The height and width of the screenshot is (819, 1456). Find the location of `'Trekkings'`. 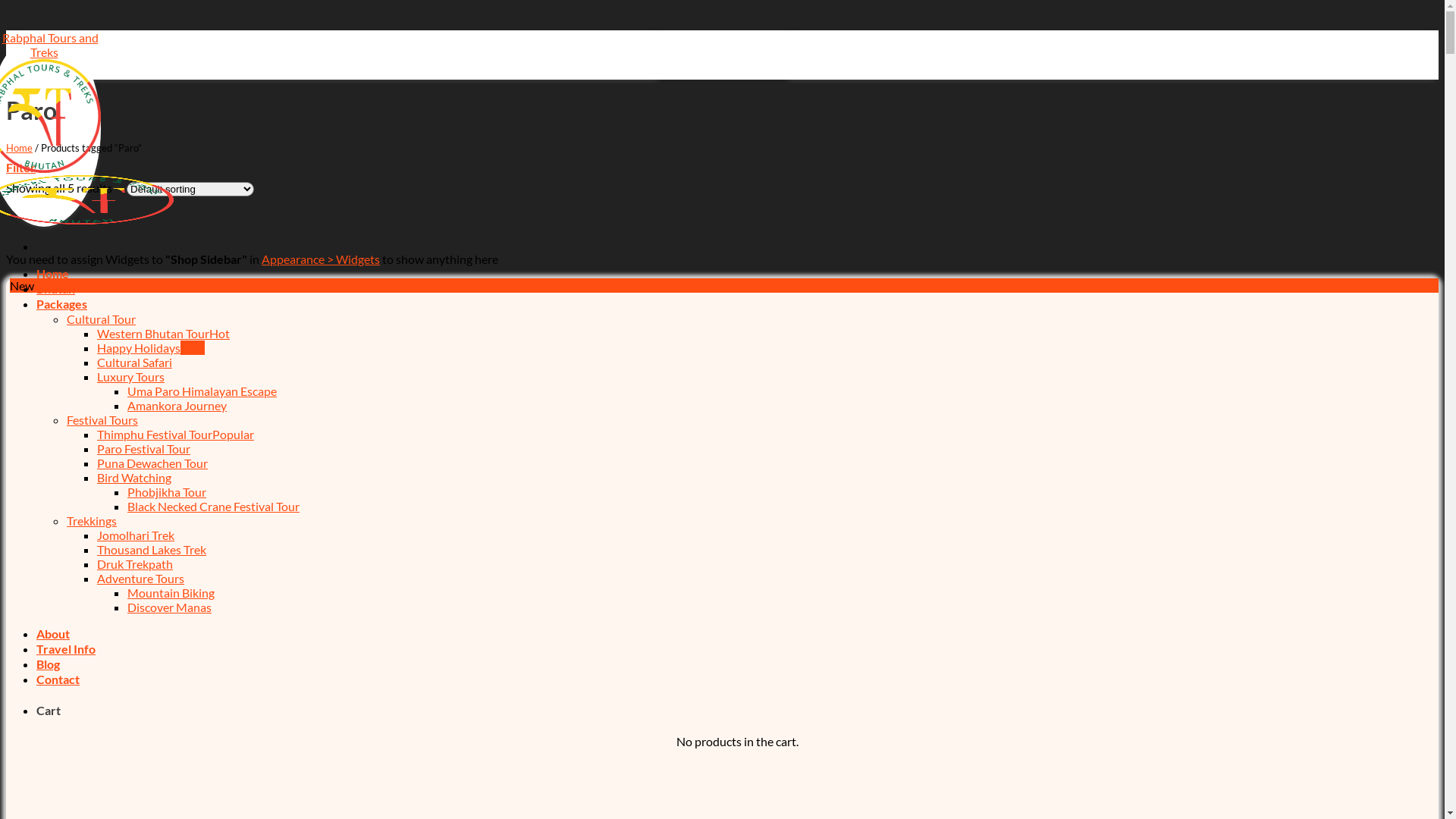

'Trekkings' is located at coordinates (90, 519).